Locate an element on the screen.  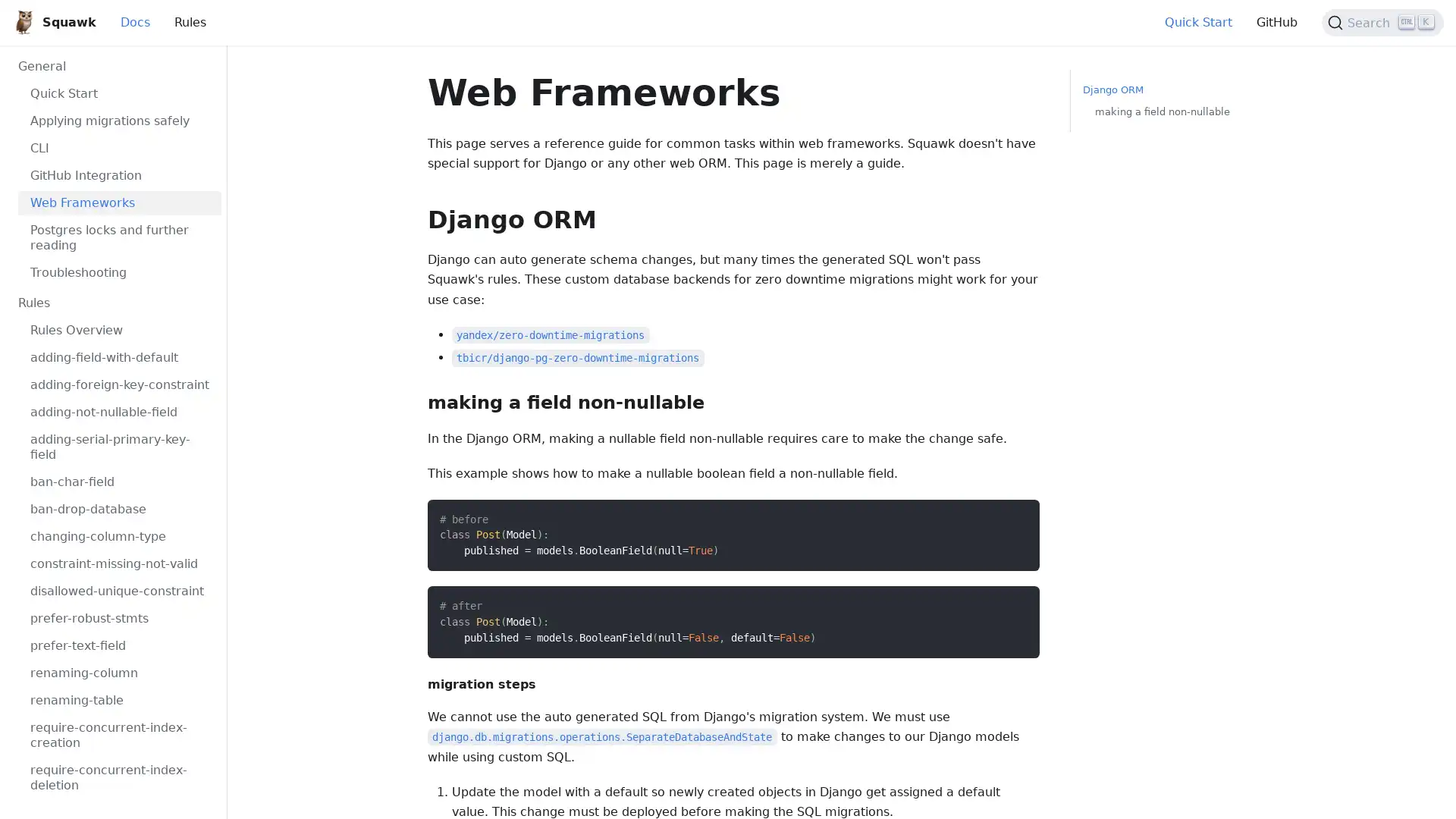
Copy code to clipboard is located at coordinates (1015, 514).